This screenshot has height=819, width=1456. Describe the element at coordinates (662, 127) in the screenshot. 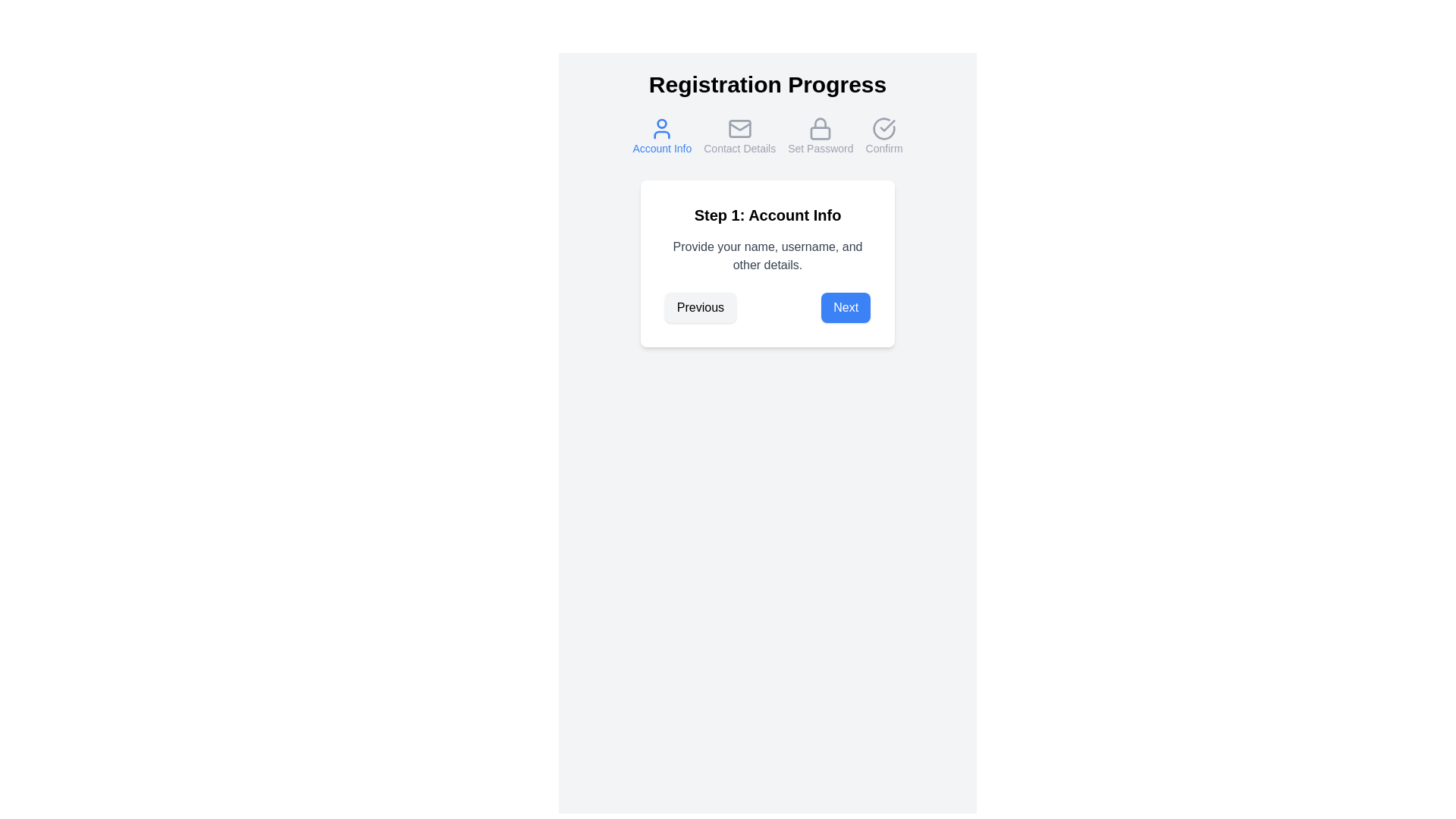

I see `the 'Account Info' icon, which is the first in a horizontal sequence of four icons at the top of the registration interface, positioned to the left of the 'Contact Details' icon` at that location.